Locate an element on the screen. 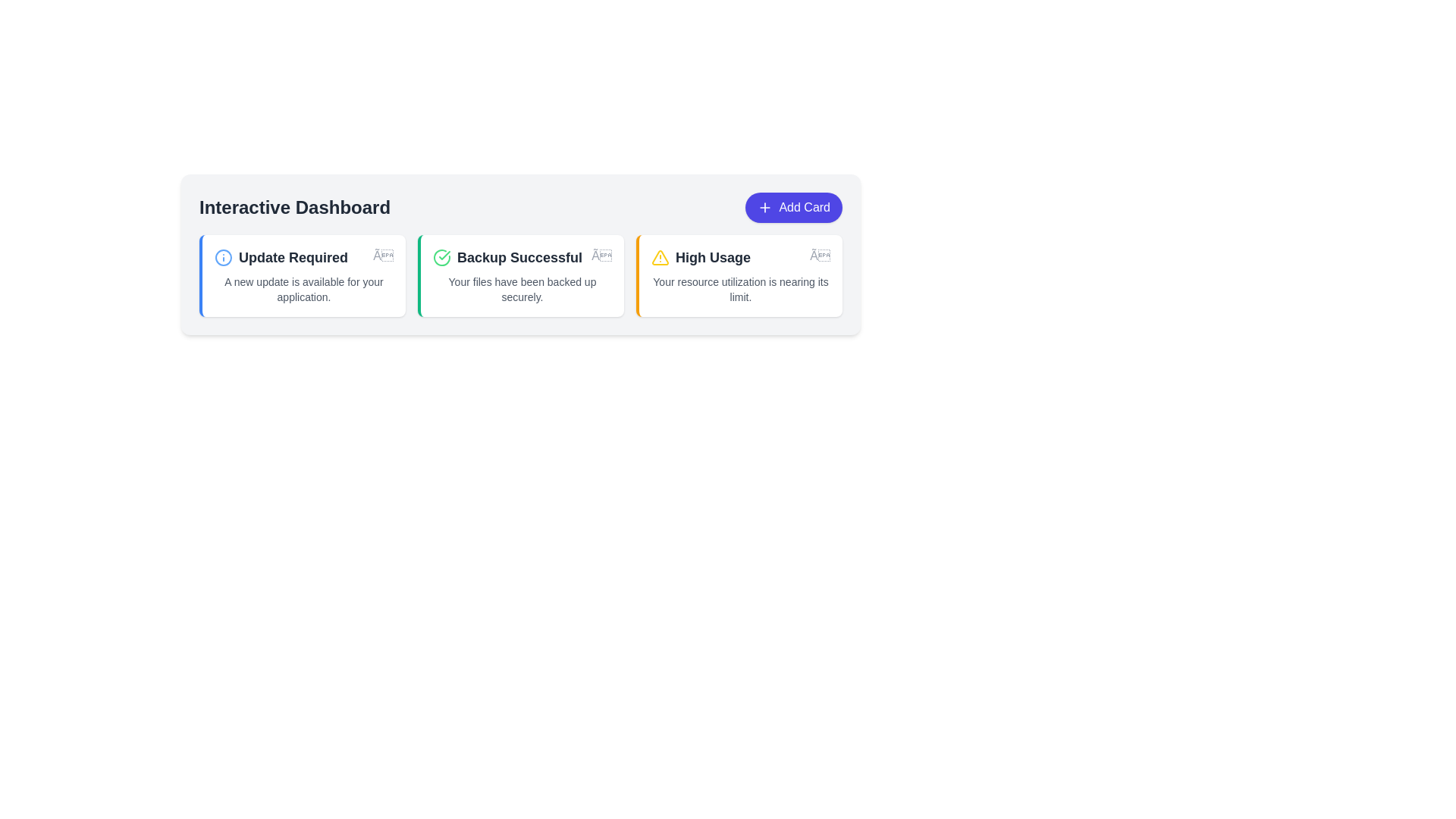 This screenshot has height=819, width=1456. the close button represented by a gray multiplication symbol ('×') in the top-right corner of the 'Update Required' card is located at coordinates (383, 256).